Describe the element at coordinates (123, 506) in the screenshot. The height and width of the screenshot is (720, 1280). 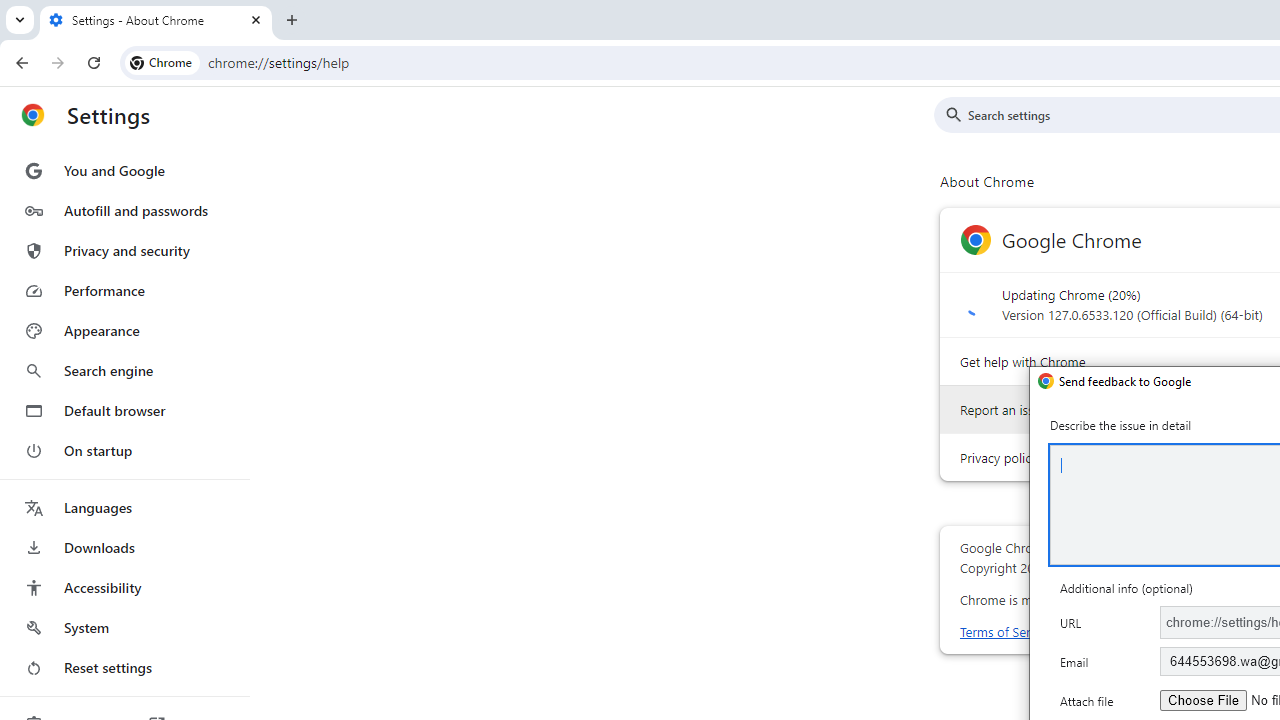
I see `'Languages'` at that location.